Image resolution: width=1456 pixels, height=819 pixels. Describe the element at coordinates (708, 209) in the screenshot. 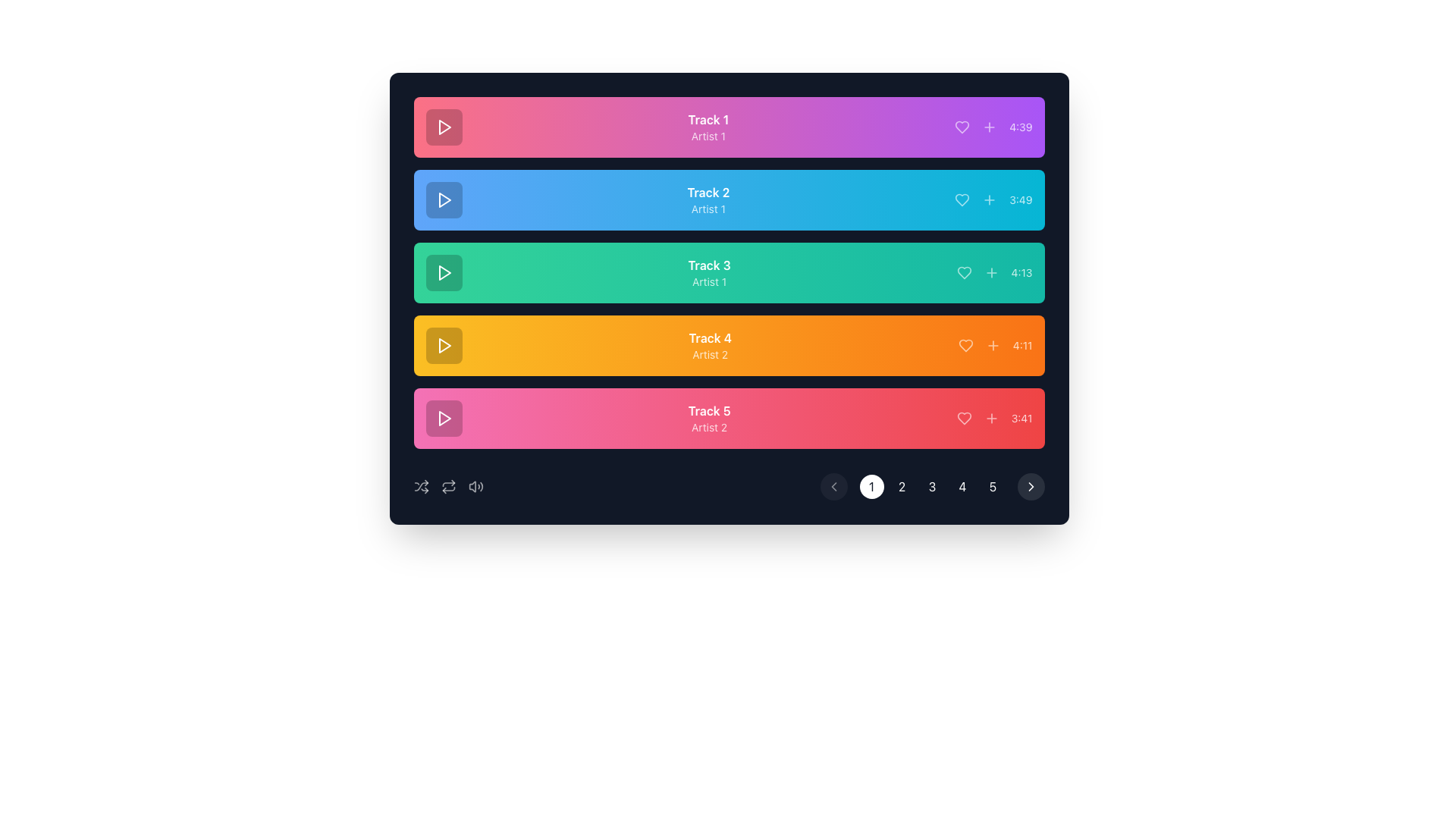

I see `the text label displaying 'Artist 1' which is located within a blue background bar below 'Track 2'` at that location.